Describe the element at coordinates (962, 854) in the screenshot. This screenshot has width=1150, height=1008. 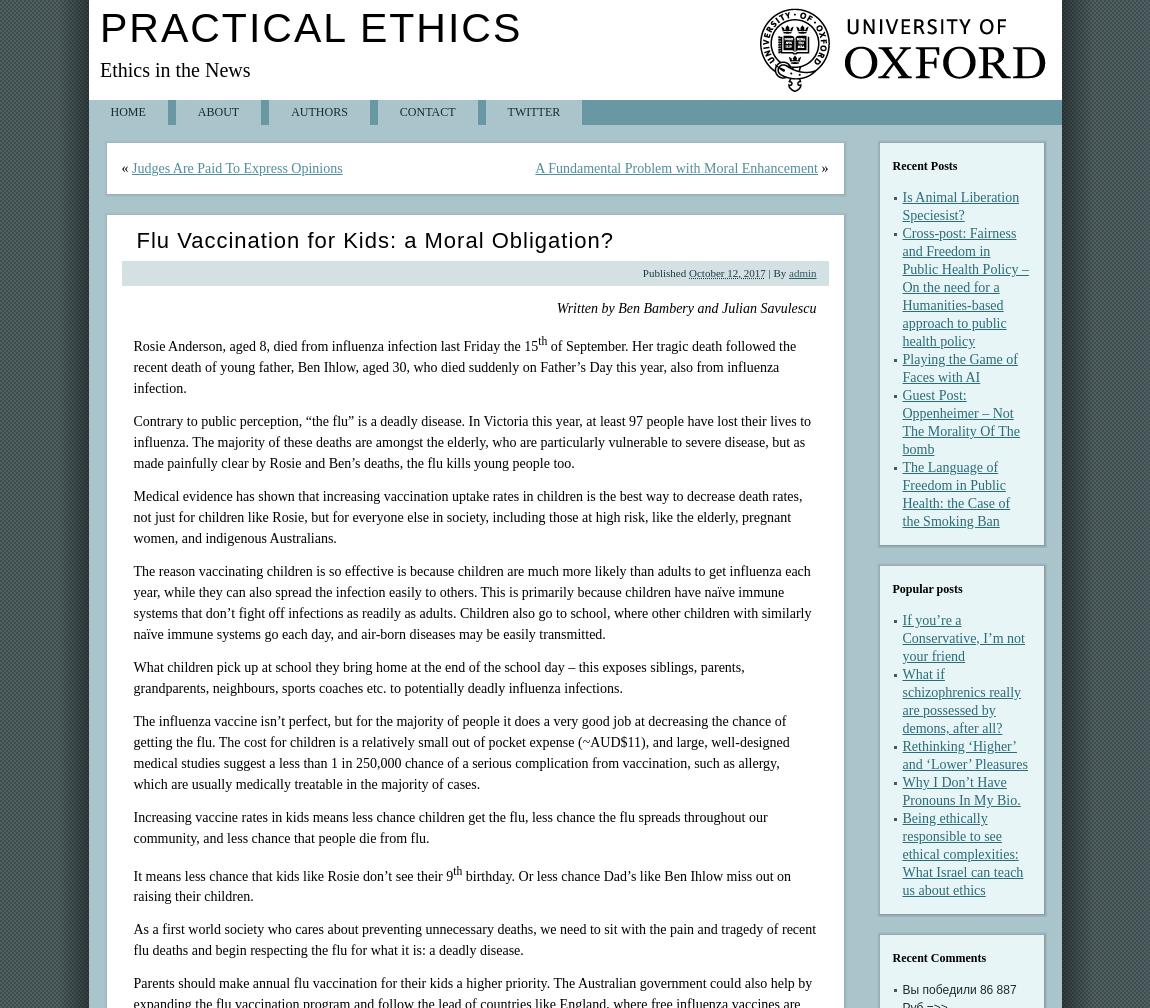
I see `'Being ethically responsible to see ethical complexities: What Israel can teach us about ethics'` at that location.